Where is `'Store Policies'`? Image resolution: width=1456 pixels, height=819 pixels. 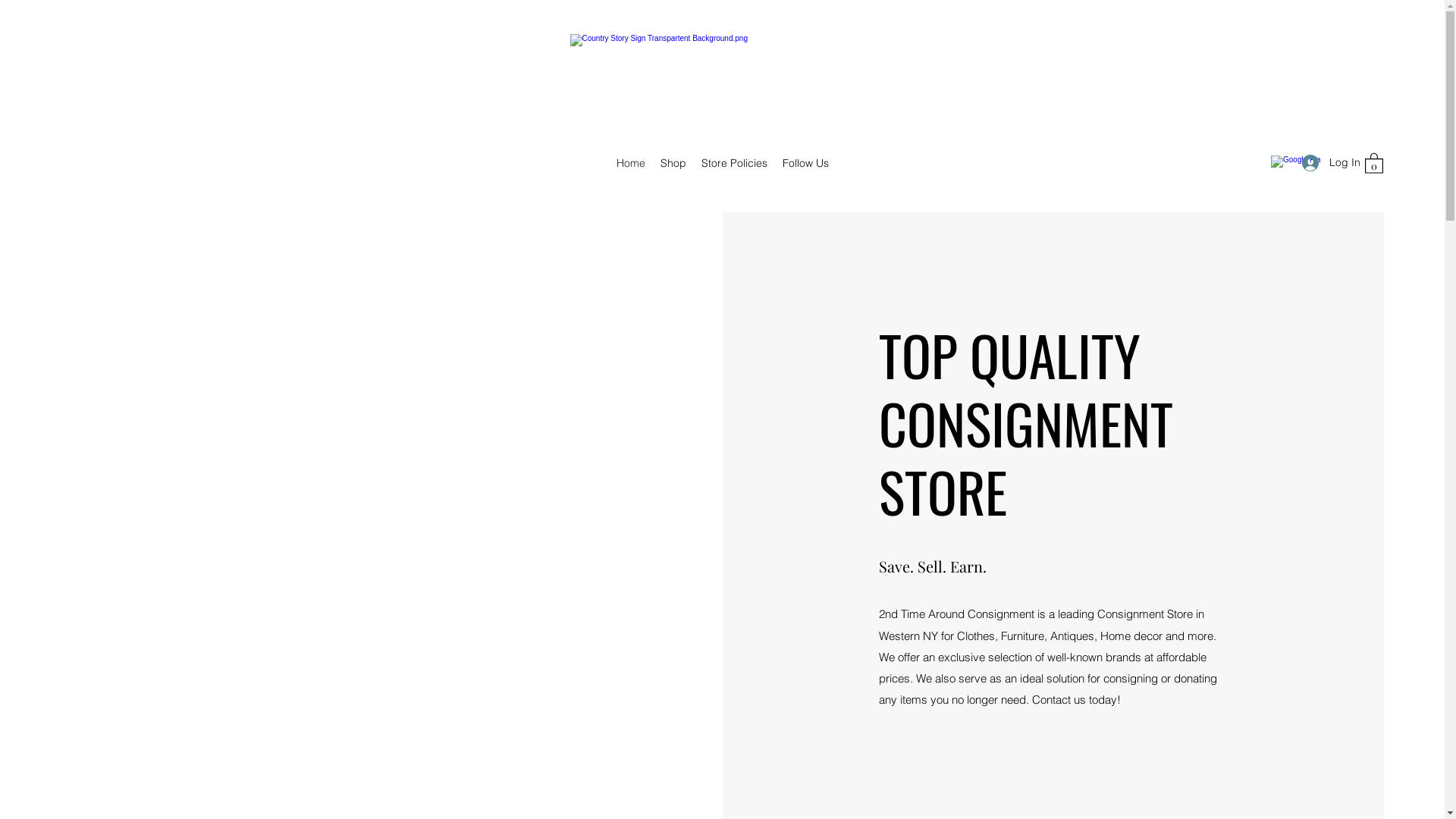
'Store Policies' is located at coordinates (733, 163).